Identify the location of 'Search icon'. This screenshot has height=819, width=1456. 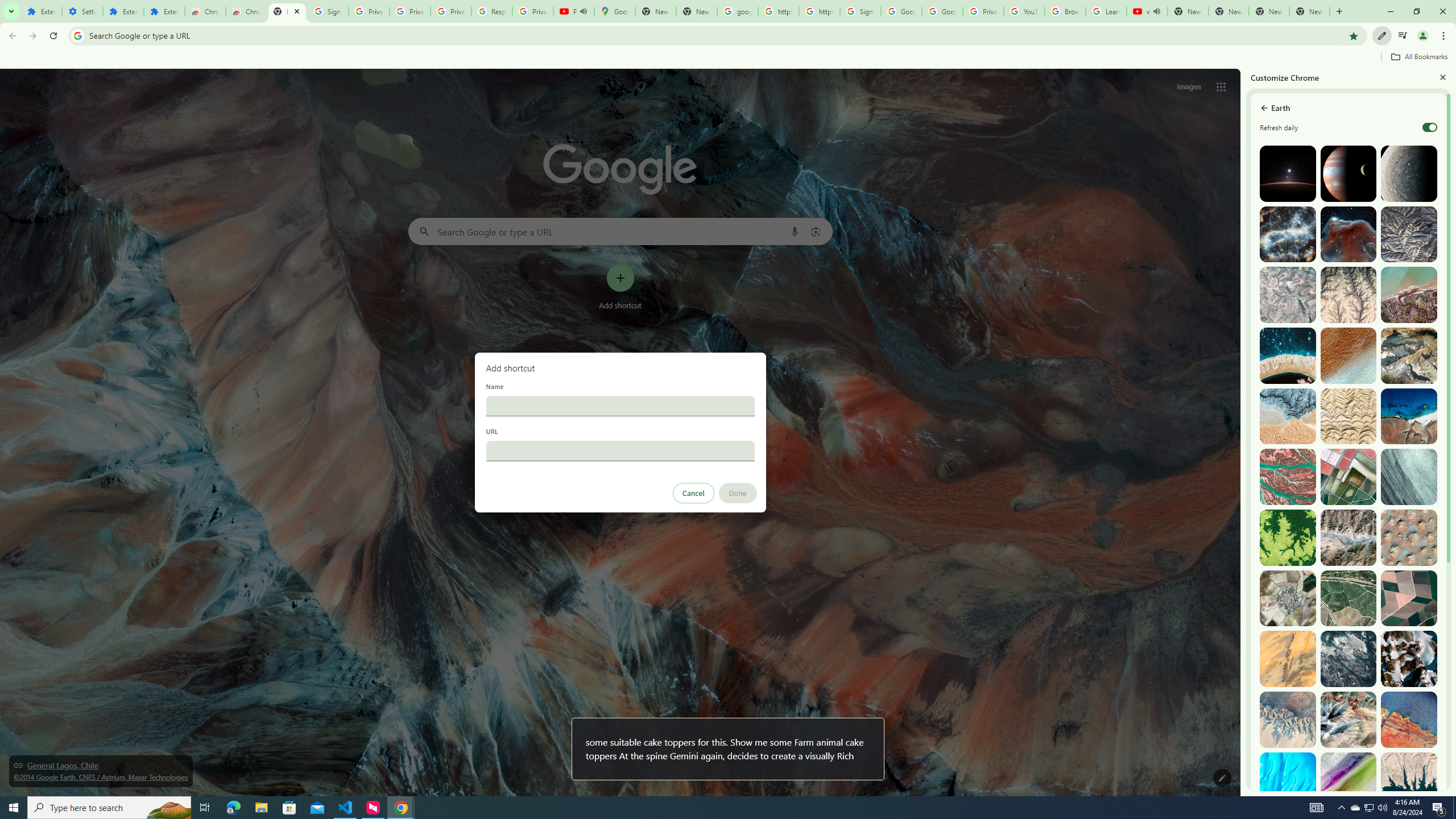
(77, 35).